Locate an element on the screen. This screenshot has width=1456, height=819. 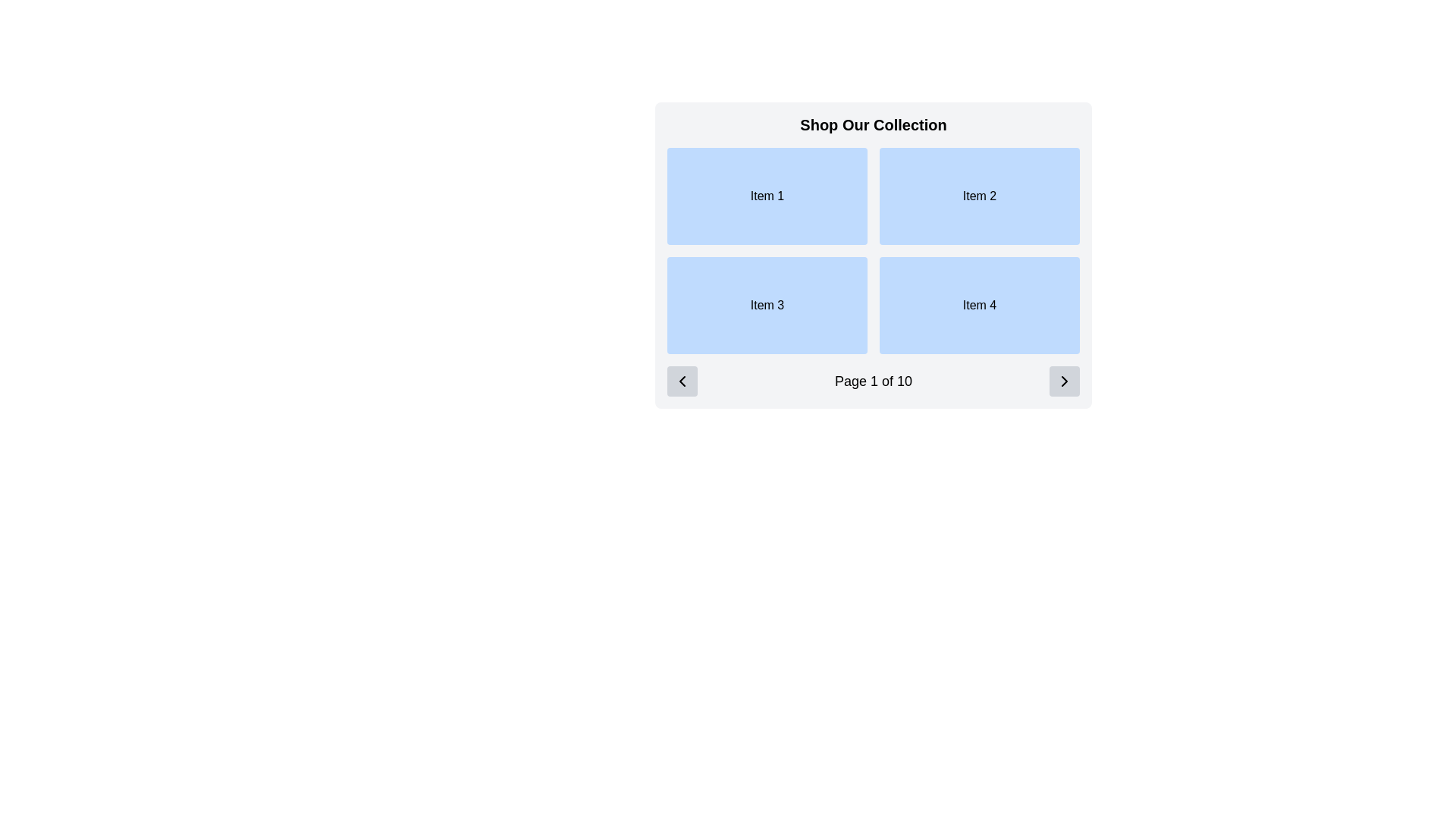
the rightmost button in the pagination section that reads 'Page 1 of 10' is located at coordinates (1063, 380).